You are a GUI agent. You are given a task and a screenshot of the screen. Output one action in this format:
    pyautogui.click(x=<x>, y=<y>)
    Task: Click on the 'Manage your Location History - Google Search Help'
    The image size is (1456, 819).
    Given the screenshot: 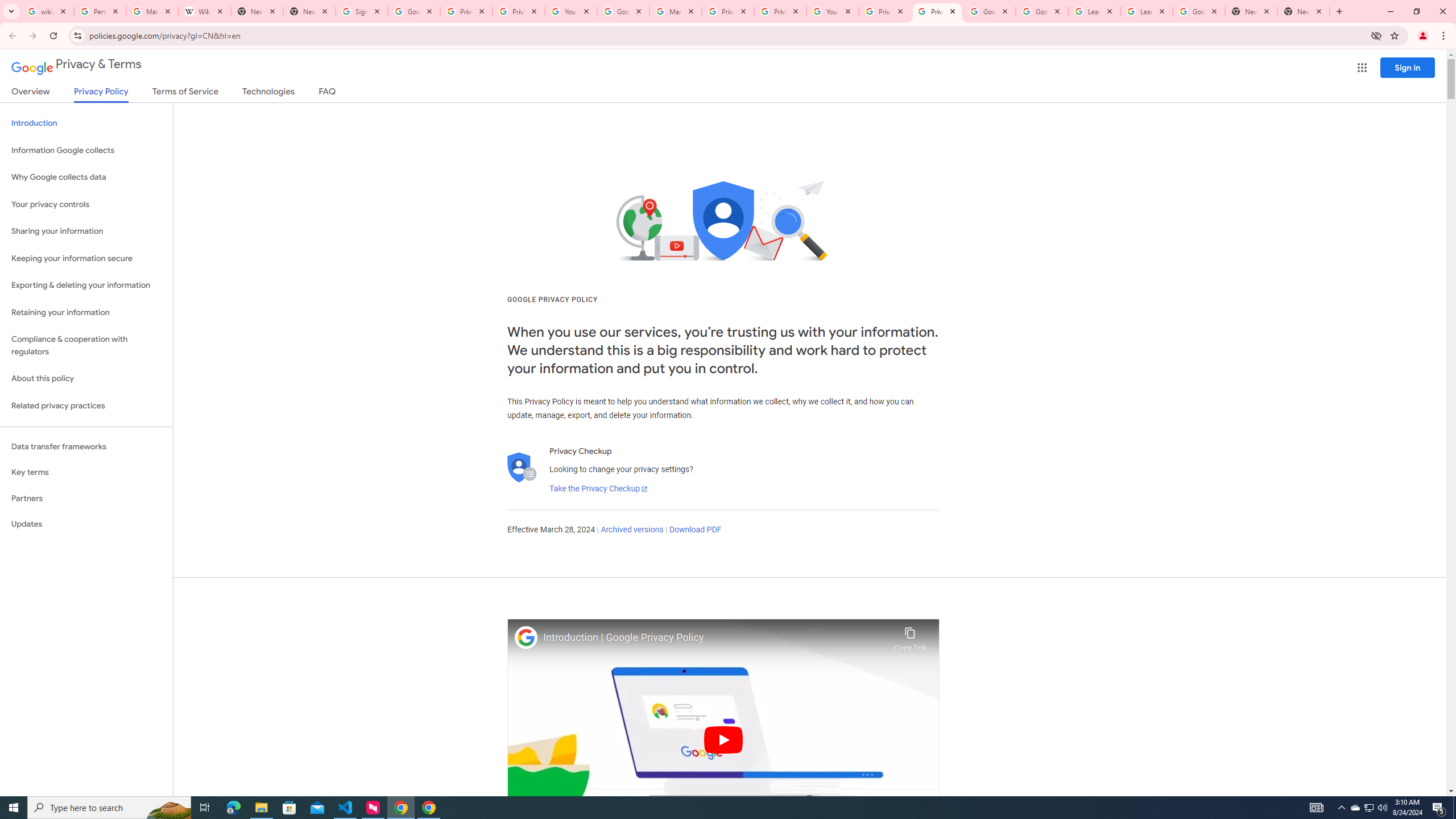 What is the action you would take?
    pyautogui.click(x=151, y=11)
    